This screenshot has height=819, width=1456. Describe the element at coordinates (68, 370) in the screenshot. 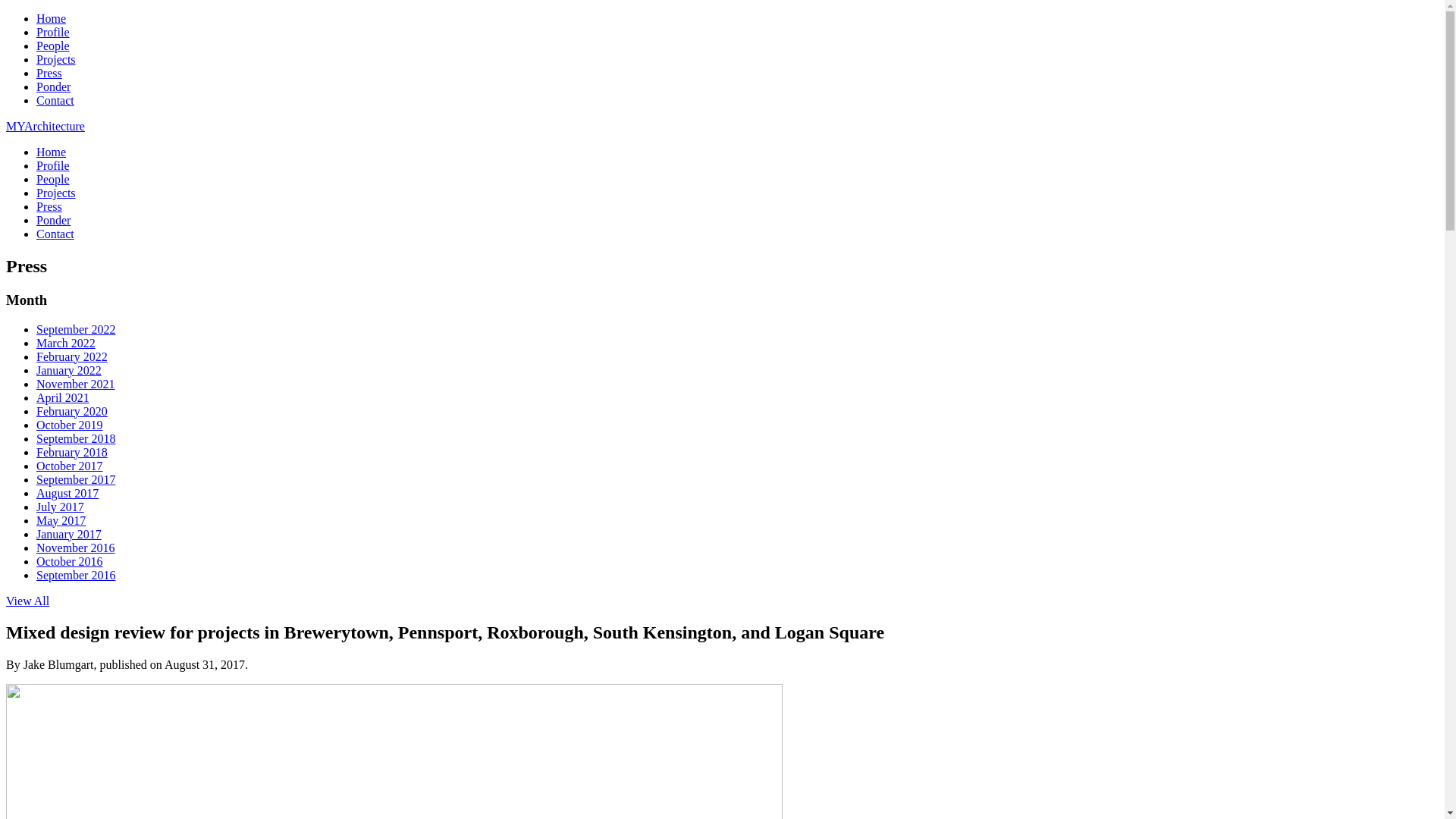

I see `'January 2022'` at that location.